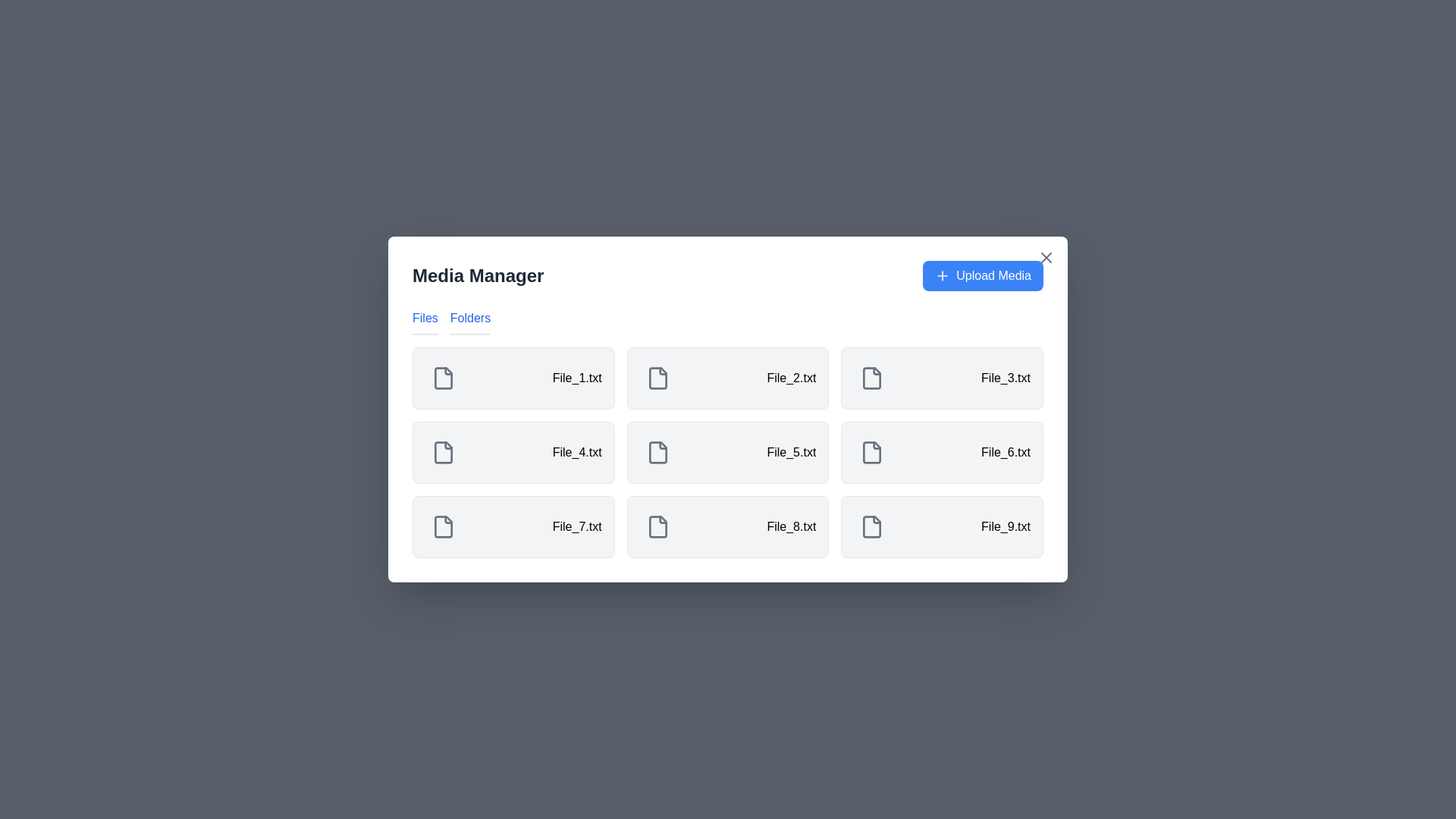 Image resolution: width=1456 pixels, height=819 pixels. Describe the element at coordinates (872, 526) in the screenshot. I see `the document file type icon representing 'File_9.txt', located in the last column of the last row in the grid` at that location.